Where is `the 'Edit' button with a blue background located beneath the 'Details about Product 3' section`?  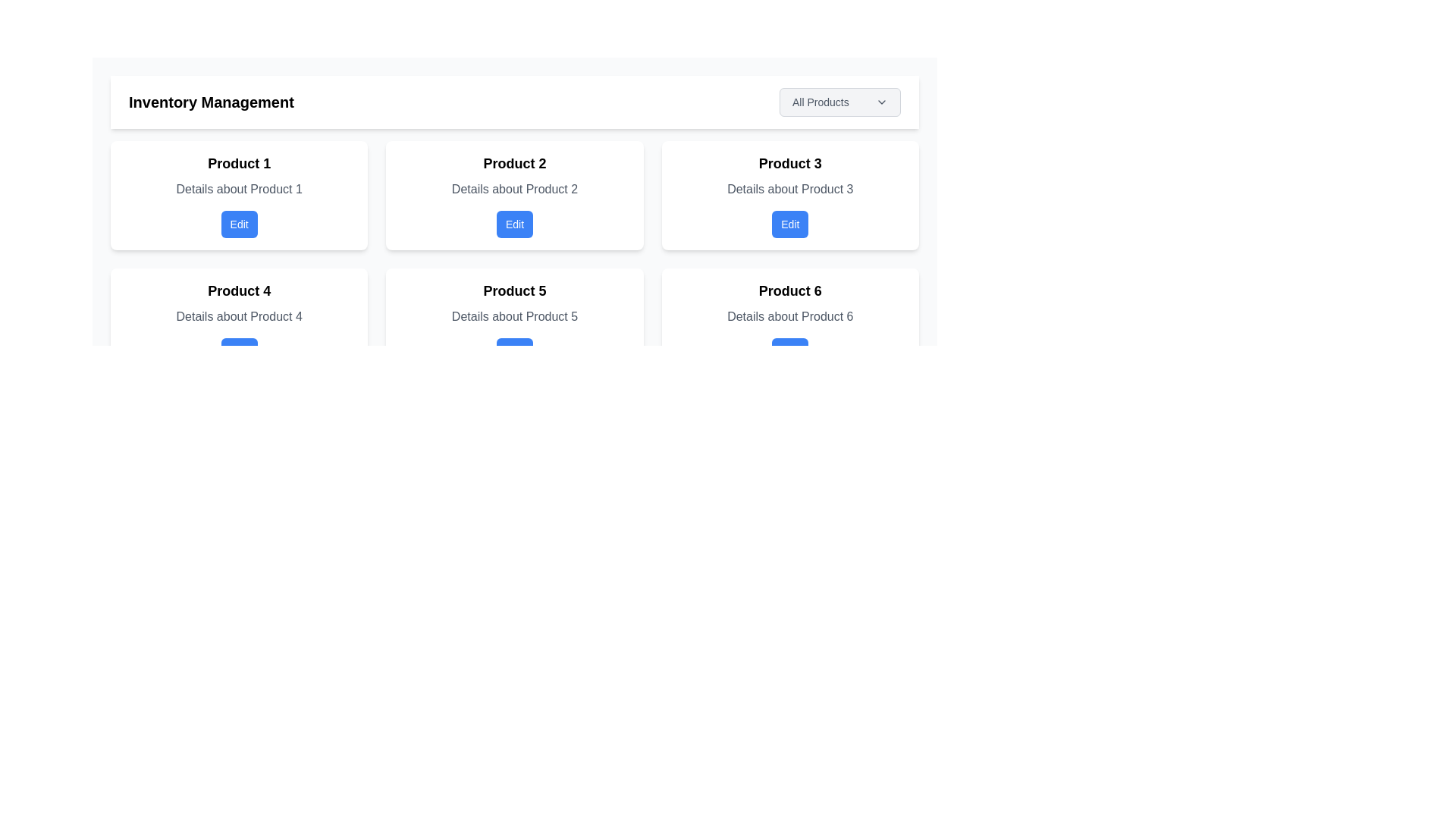
the 'Edit' button with a blue background located beneath the 'Details about Product 3' section is located at coordinates (789, 224).